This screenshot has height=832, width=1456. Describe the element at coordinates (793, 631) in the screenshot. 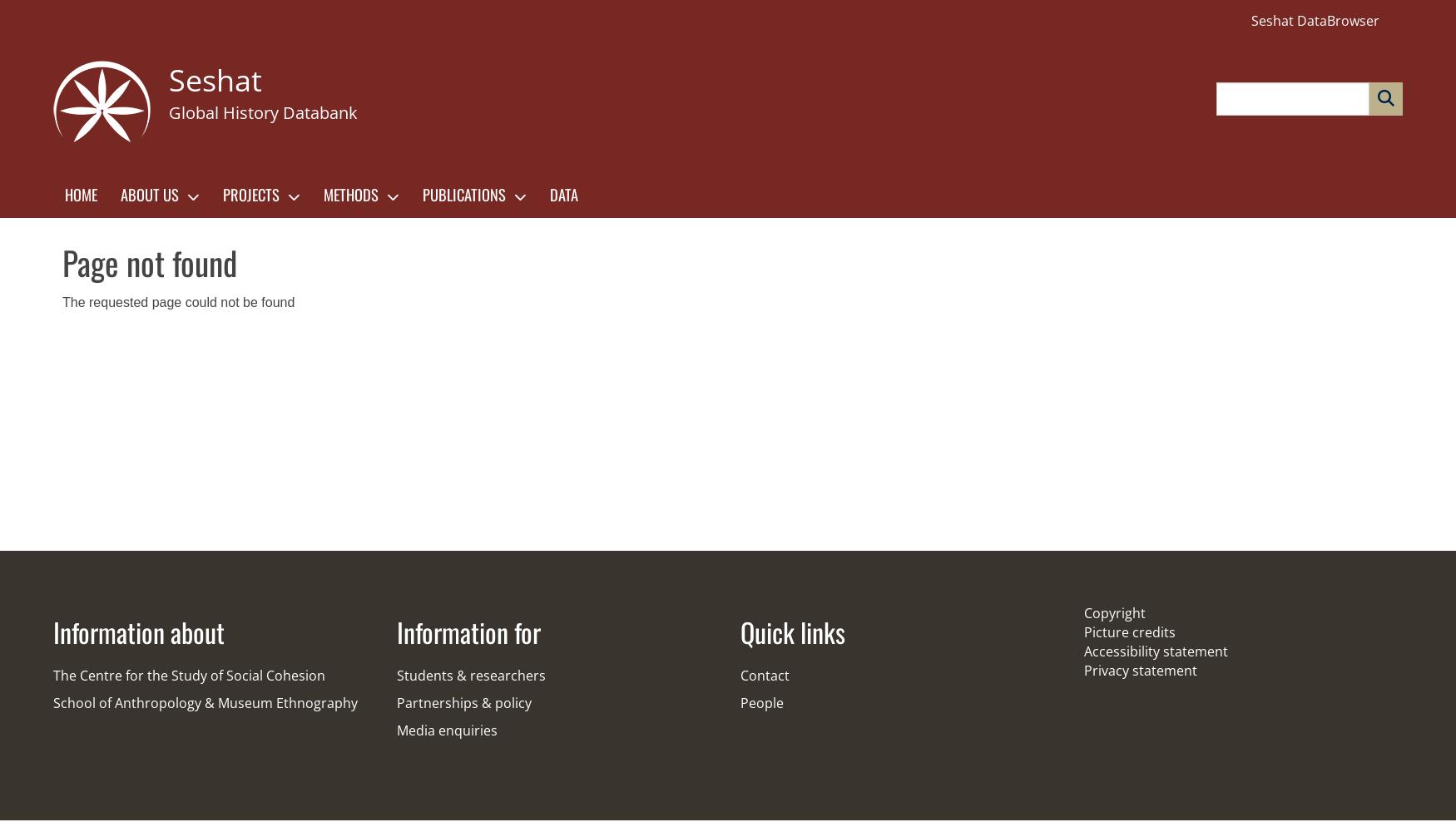

I see `'Quick links'` at that location.